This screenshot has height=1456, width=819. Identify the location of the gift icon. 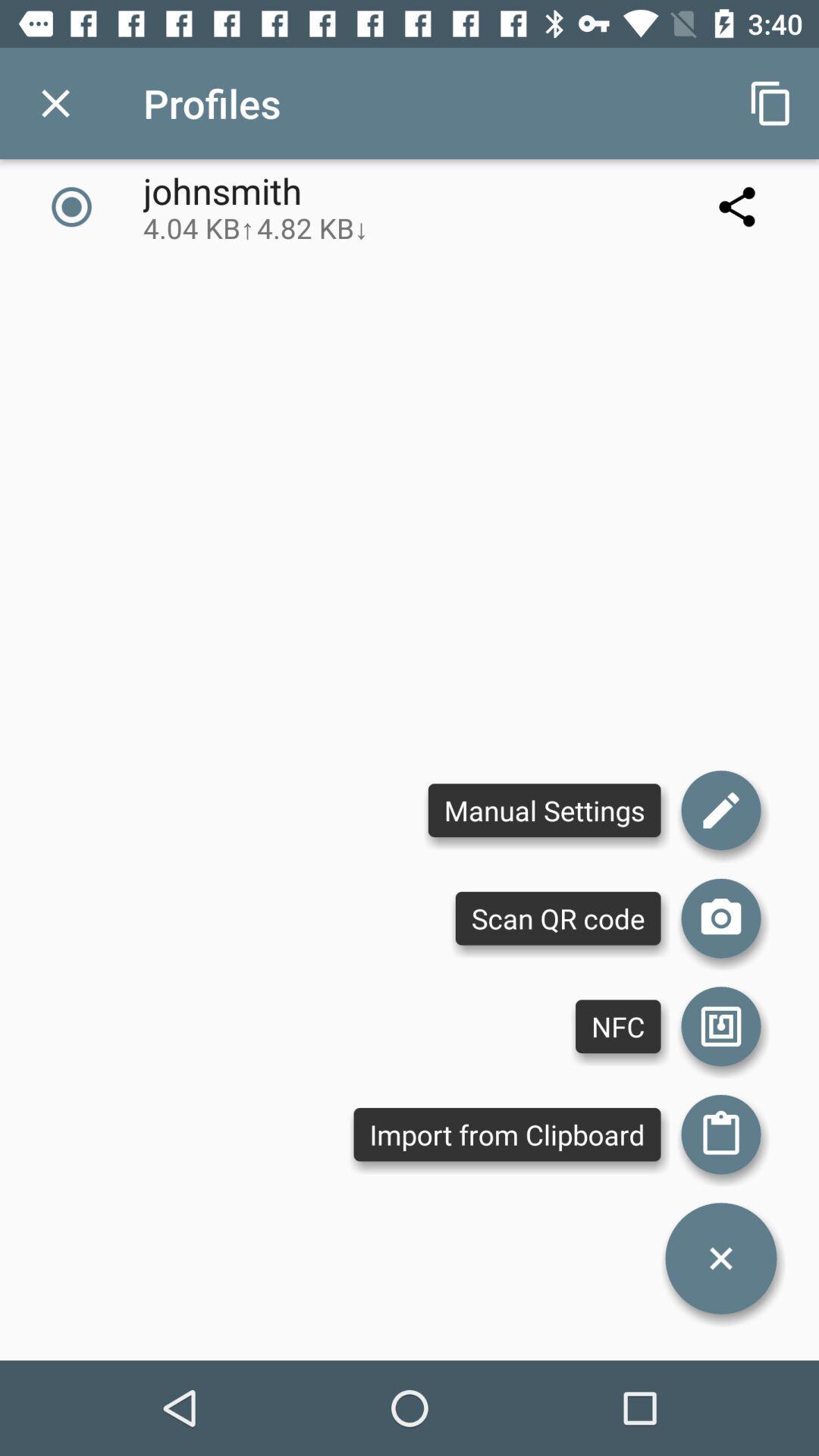
(720, 1134).